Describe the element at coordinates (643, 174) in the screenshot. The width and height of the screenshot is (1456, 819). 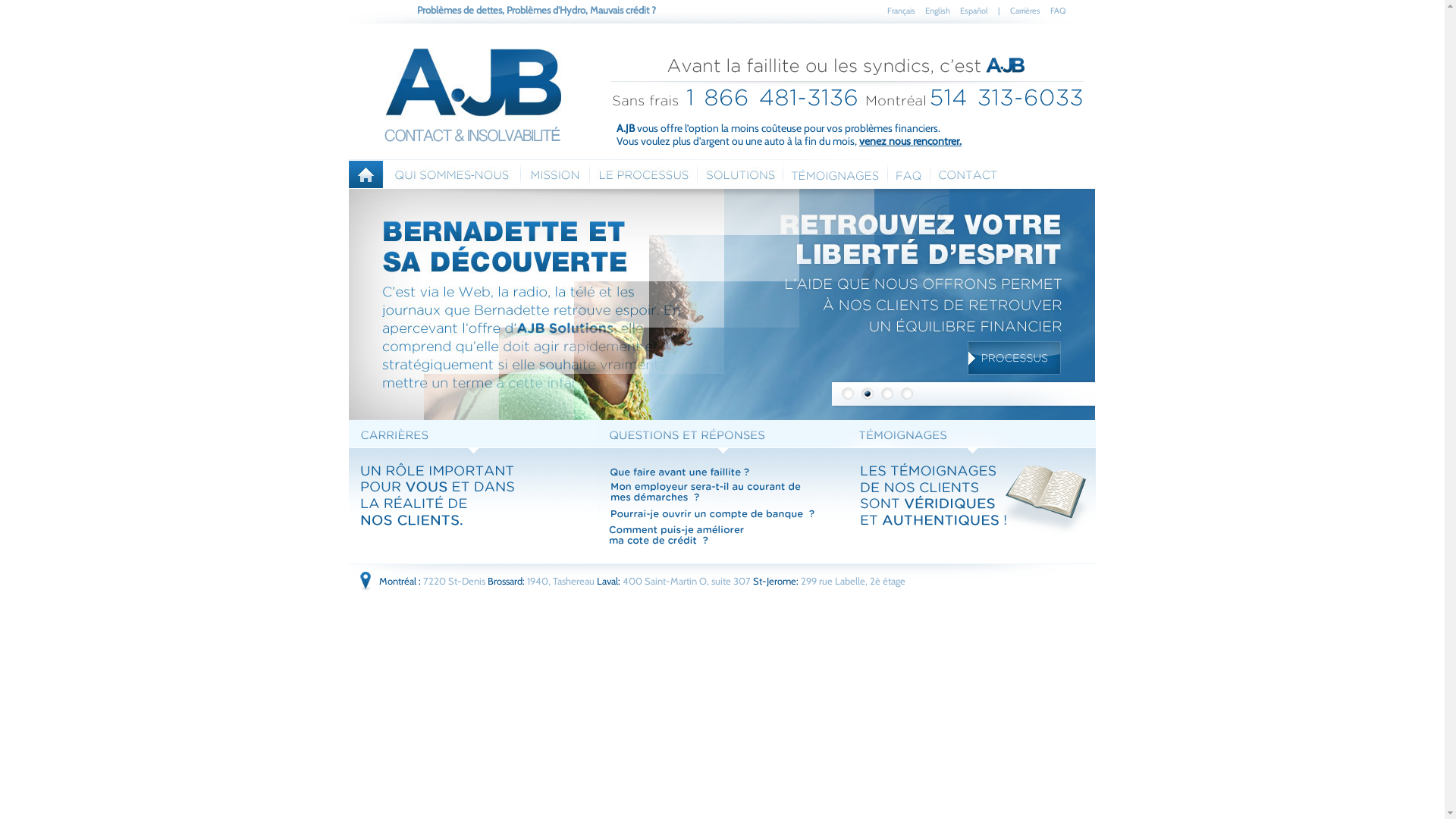
I see `'Le processus'` at that location.